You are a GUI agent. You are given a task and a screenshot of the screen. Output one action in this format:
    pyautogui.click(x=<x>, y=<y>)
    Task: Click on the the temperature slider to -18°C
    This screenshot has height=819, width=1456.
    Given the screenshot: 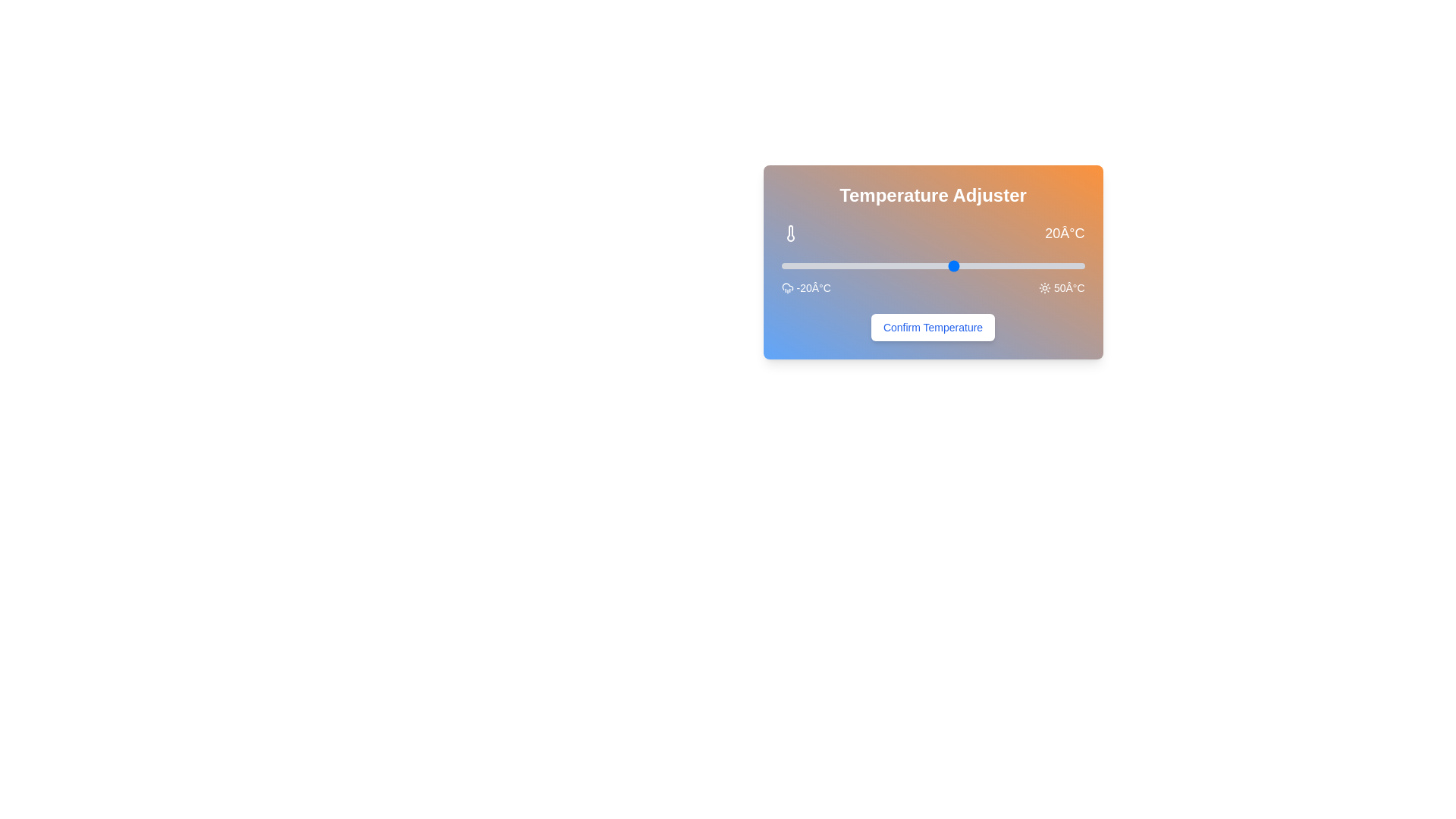 What is the action you would take?
    pyautogui.click(x=789, y=265)
    